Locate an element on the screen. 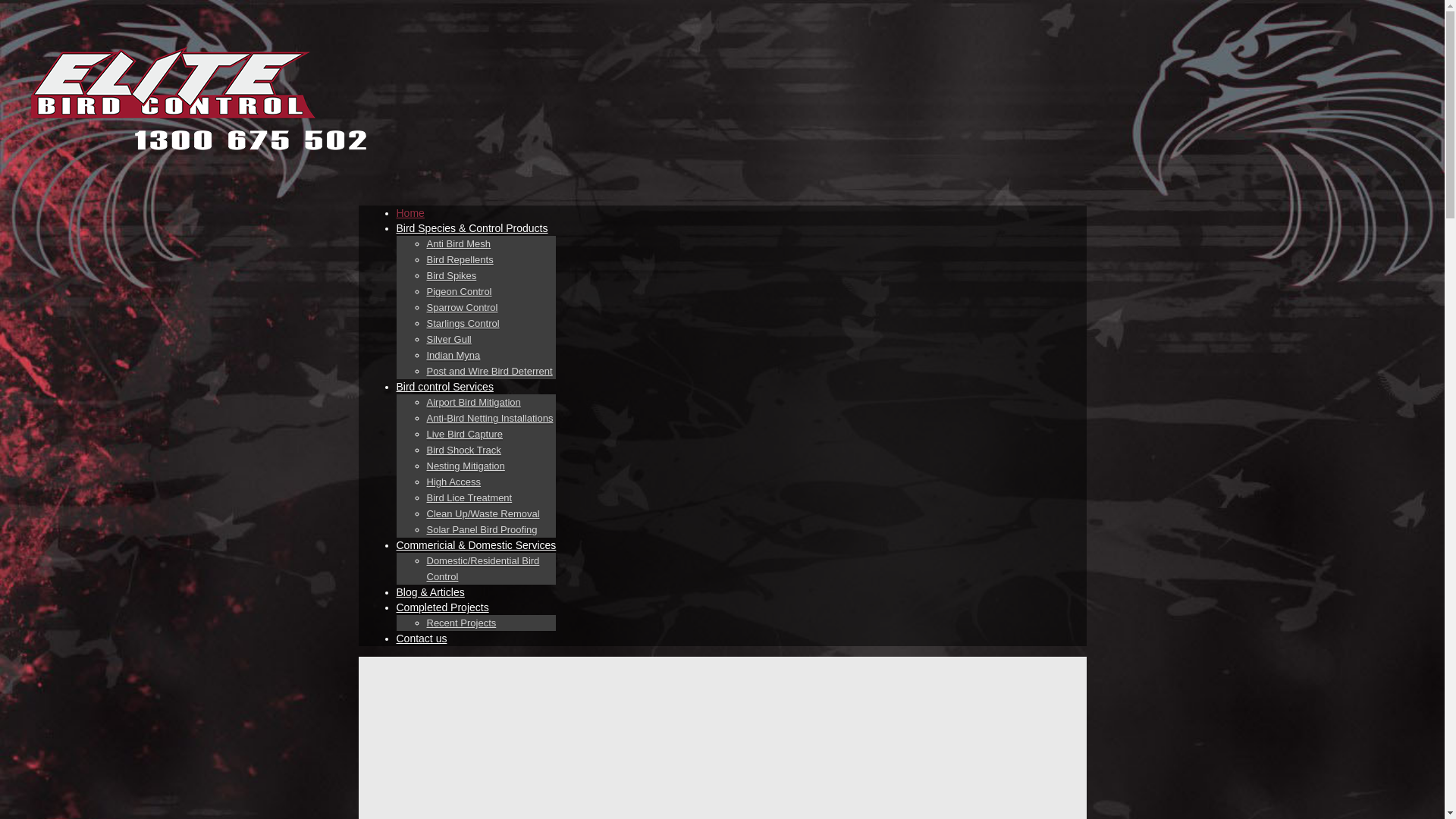  'Recent Projects' is located at coordinates (425, 623).